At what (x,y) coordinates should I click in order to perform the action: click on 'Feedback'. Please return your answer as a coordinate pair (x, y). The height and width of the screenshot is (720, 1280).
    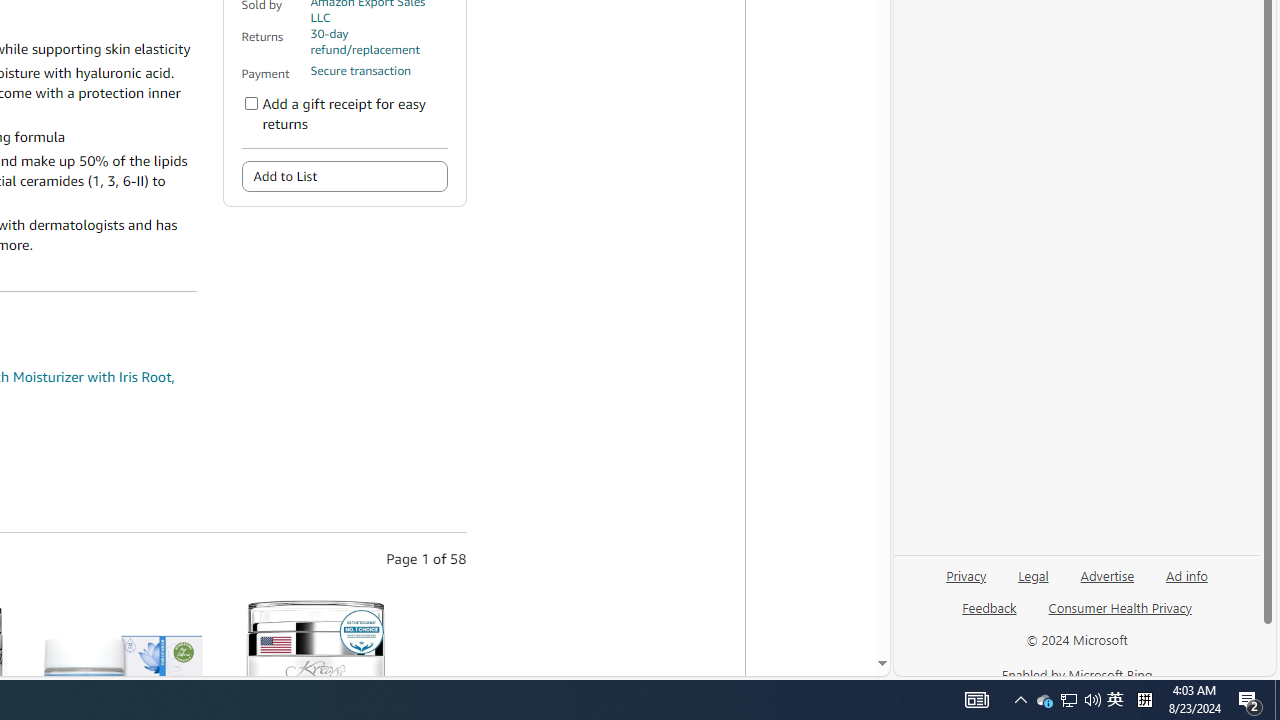
    Looking at the image, I should click on (990, 606).